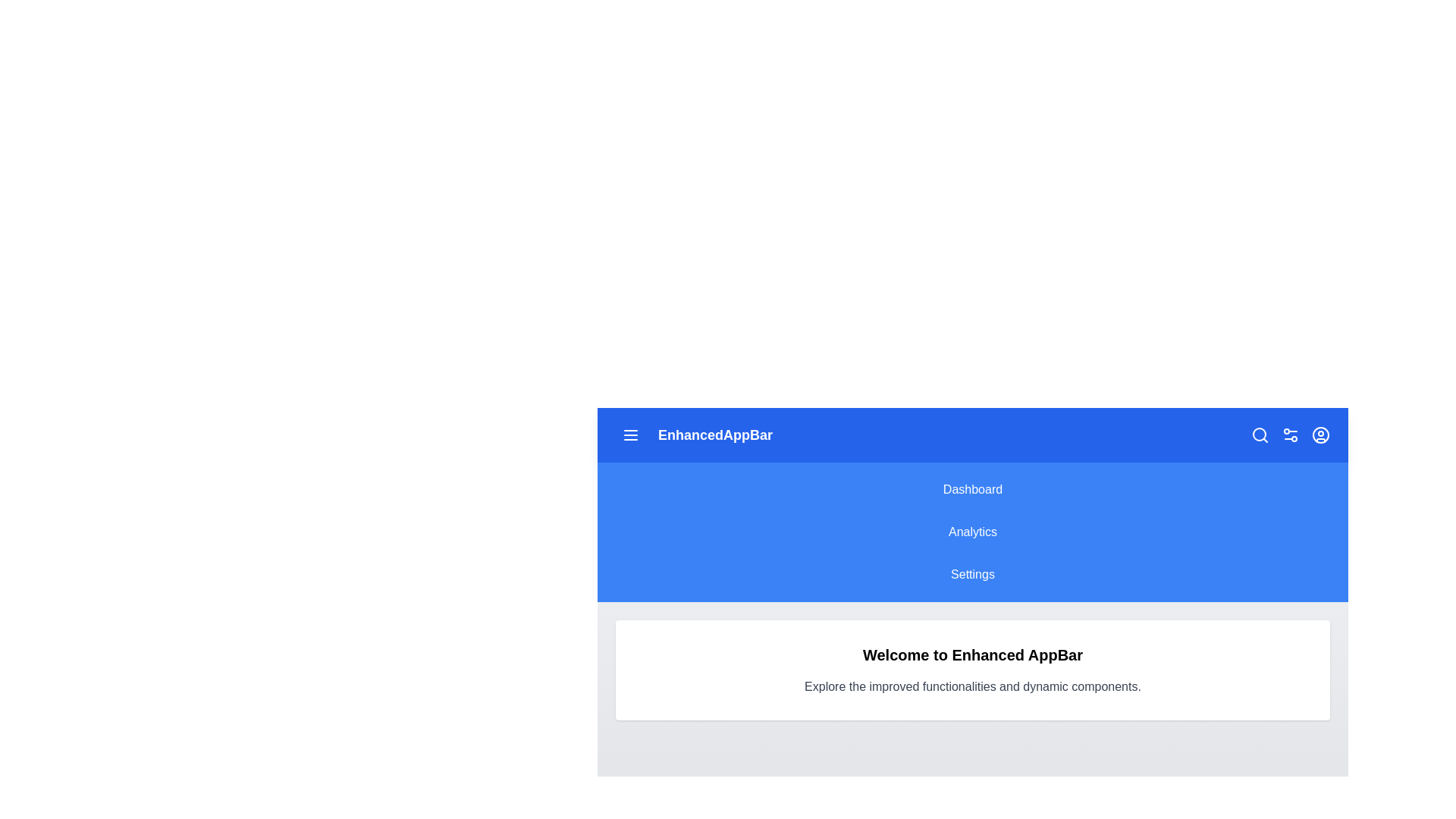 This screenshot has width=1456, height=819. What do you see at coordinates (1260, 435) in the screenshot?
I see `the search icon in the EnhancedAppBar header` at bounding box center [1260, 435].